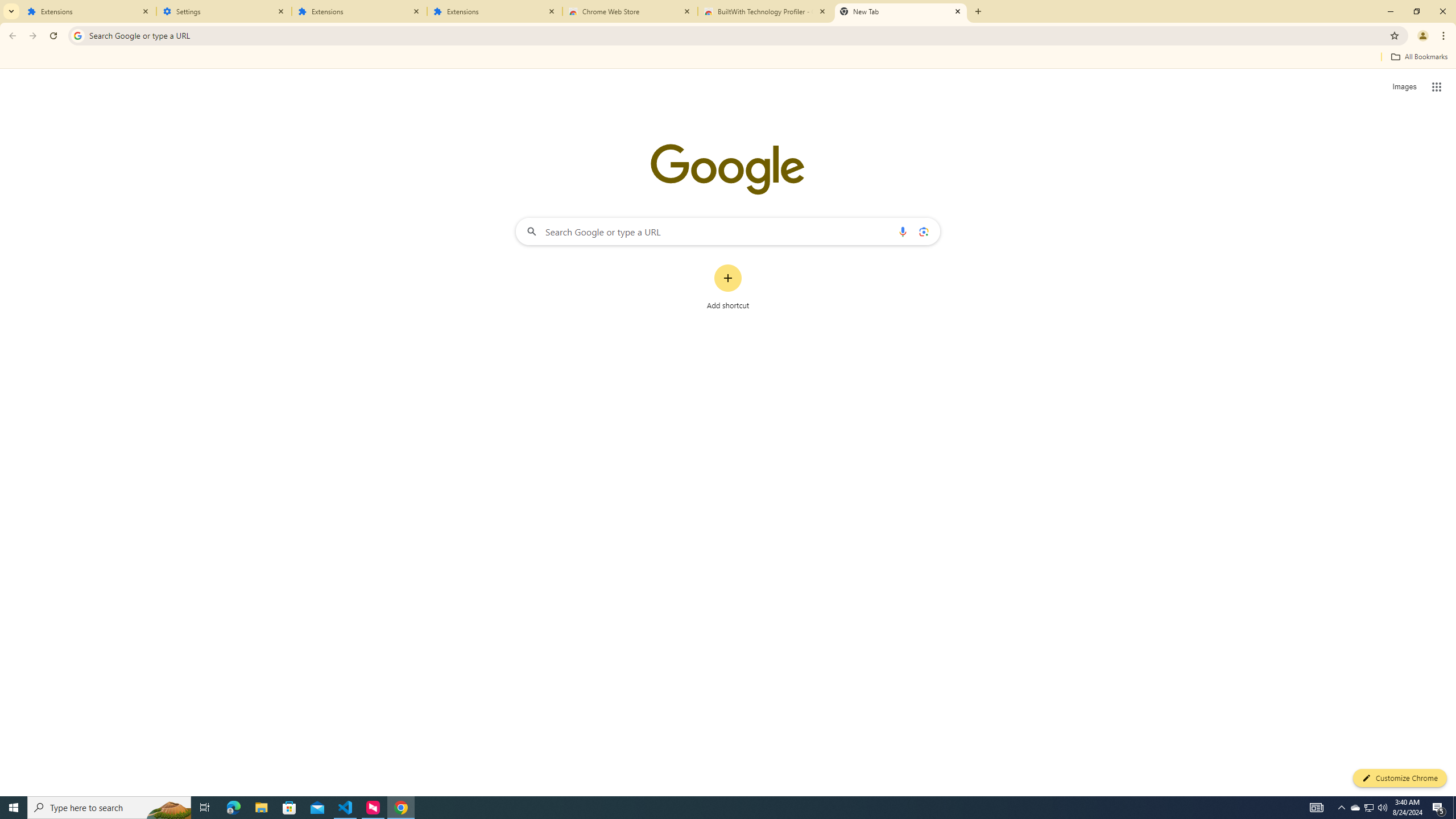  Describe the element at coordinates (53, 35) in the screenshot. I see `'Reload'` at that location.